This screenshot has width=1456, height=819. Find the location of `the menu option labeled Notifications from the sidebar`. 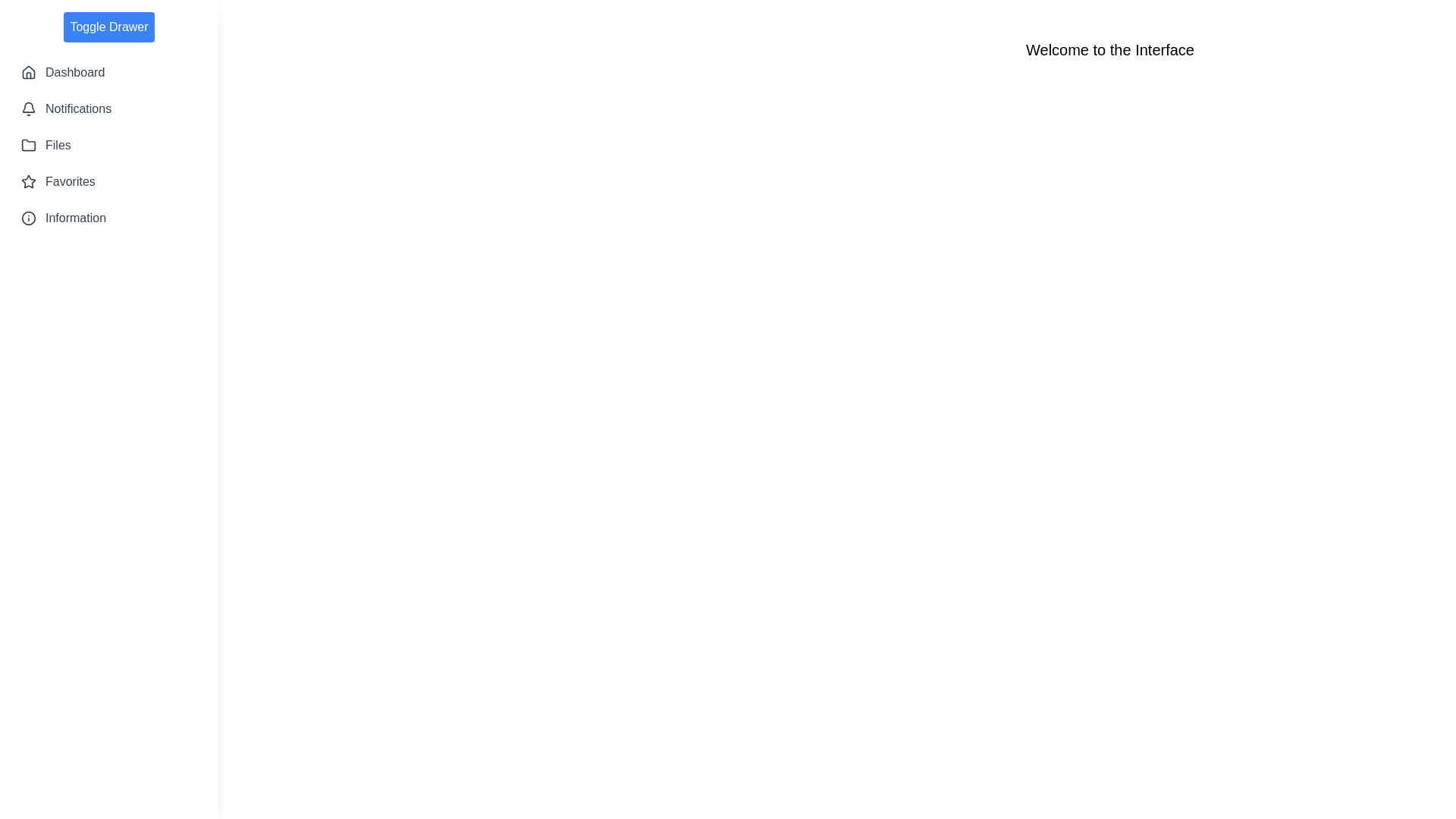

the menu option labeled Notifications from the sidebar is located at coordinates (108, 108).